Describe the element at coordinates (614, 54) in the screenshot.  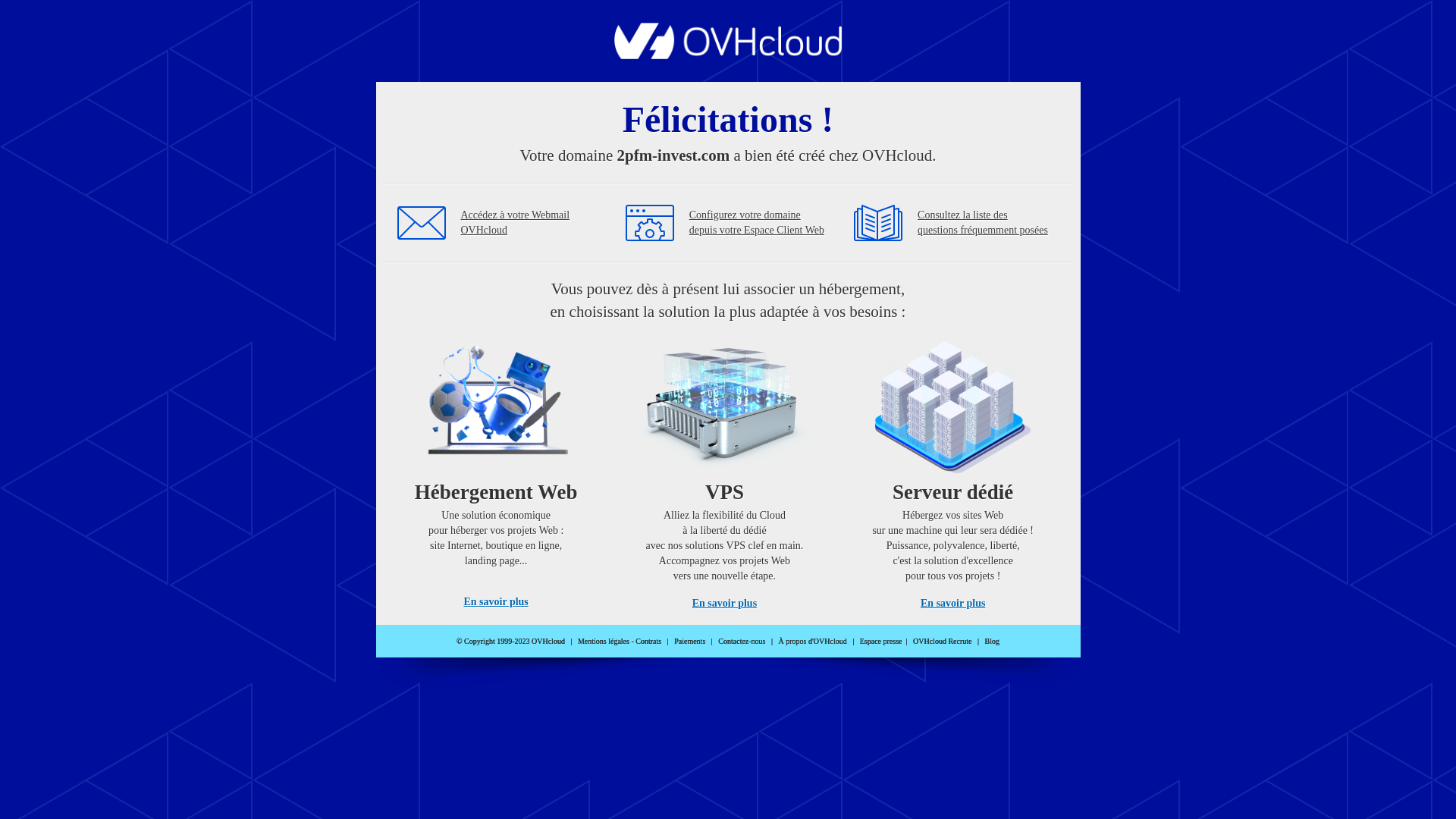
I see `'OVHcloud'` at that location.